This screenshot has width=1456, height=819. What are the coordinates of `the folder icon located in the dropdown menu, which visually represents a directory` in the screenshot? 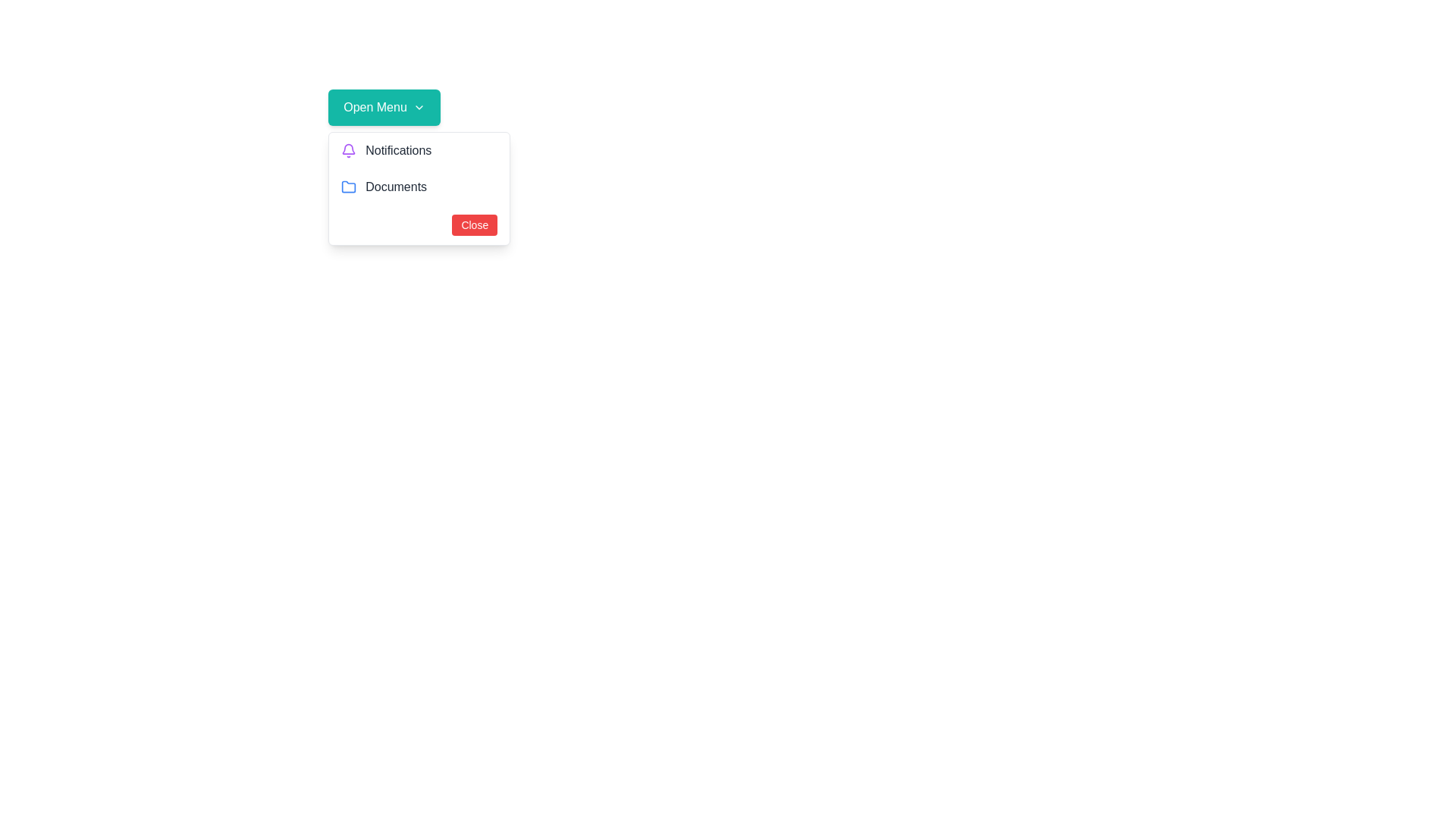 It's located at (348, 186).